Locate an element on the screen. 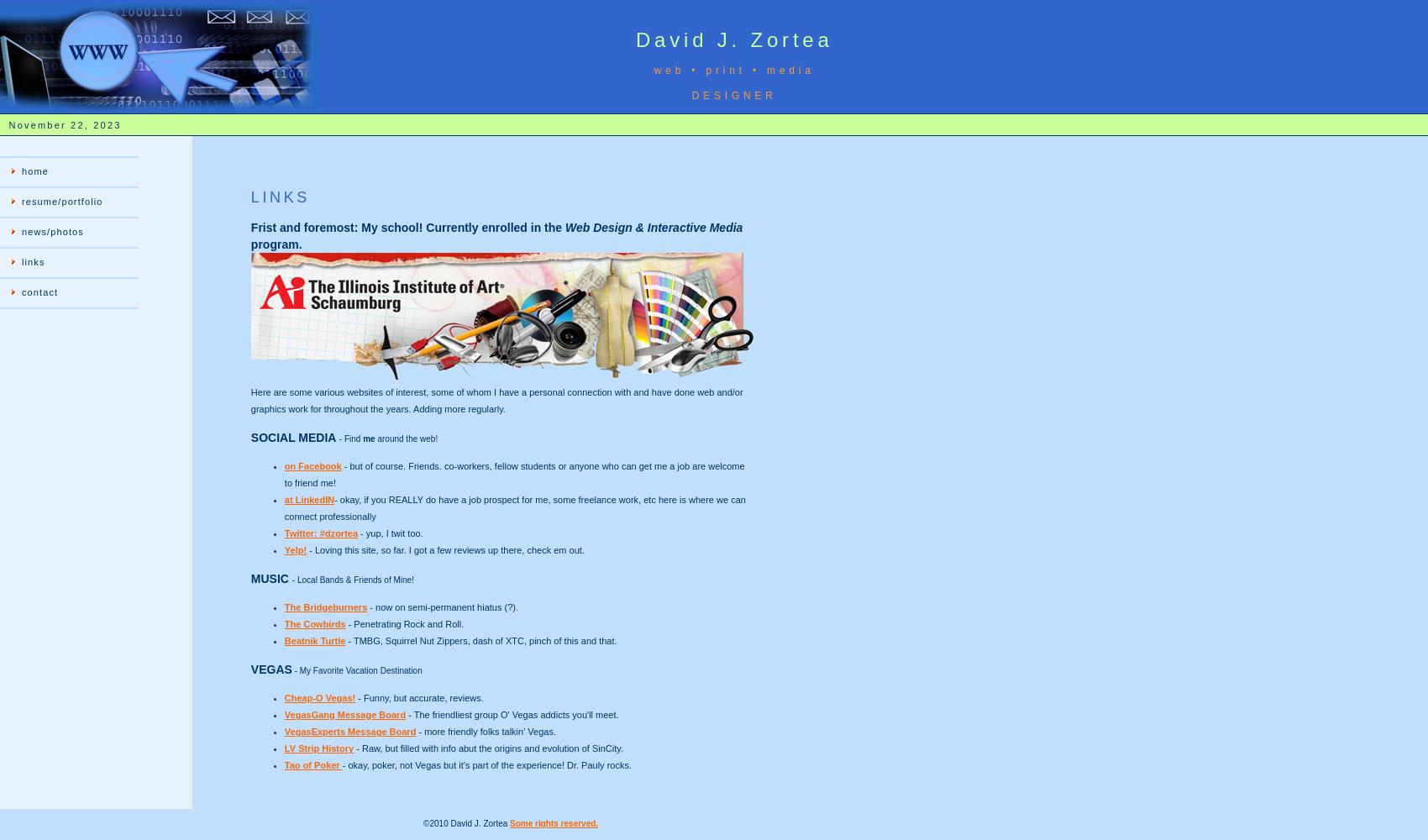 The image size is (1428, 840). '- Penetrating Rock and Roll.' is located at coordinates (404, 623).